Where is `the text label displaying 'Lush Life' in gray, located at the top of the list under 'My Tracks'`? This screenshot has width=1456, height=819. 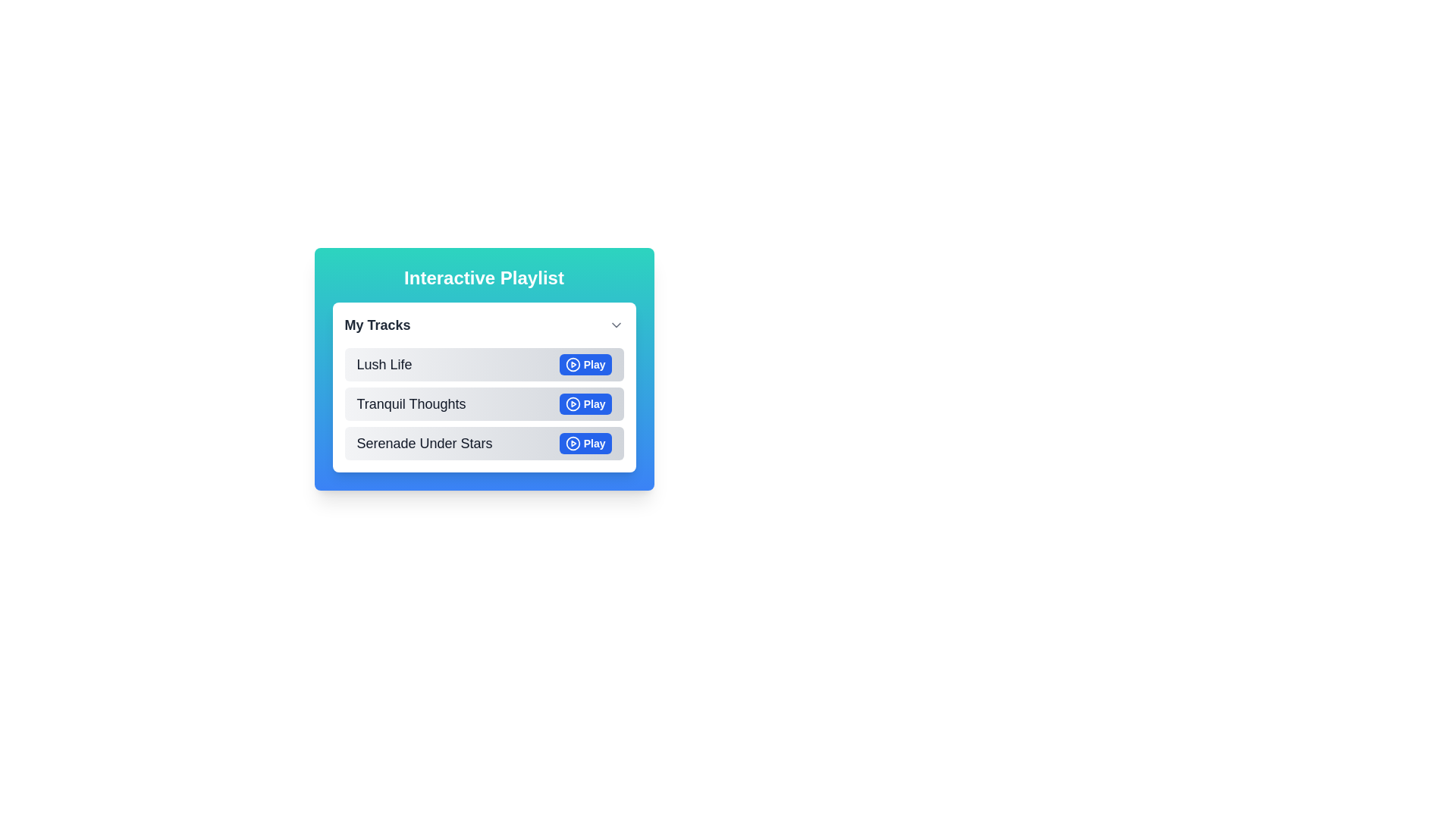
the text label displaying 'Lush Life' in gray, located at the top of the list under 'My Tracks' is located at coordinates (384, 365).